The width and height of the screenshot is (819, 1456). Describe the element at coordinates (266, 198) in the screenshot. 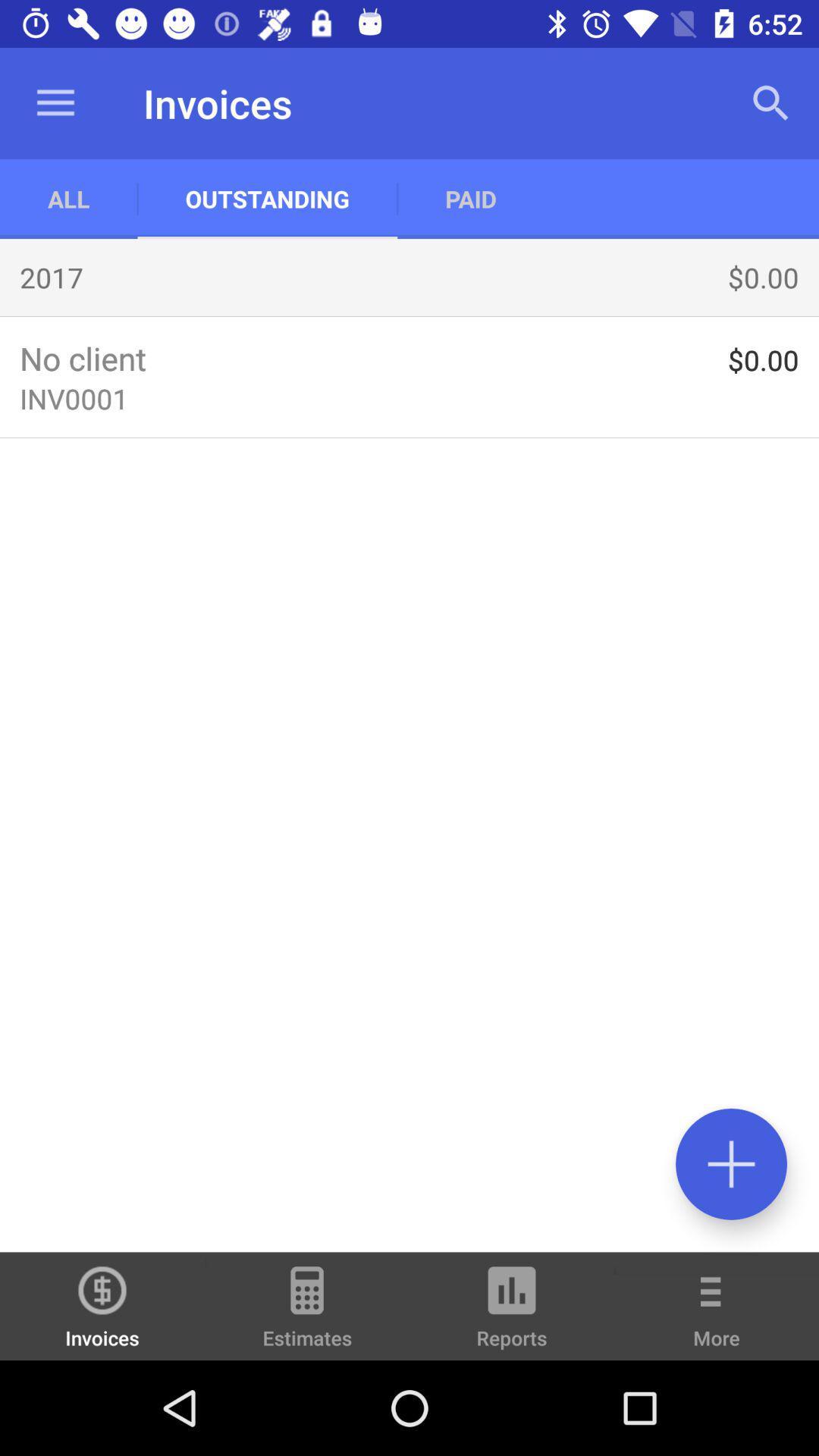

I see `app to the right of all` at that location.